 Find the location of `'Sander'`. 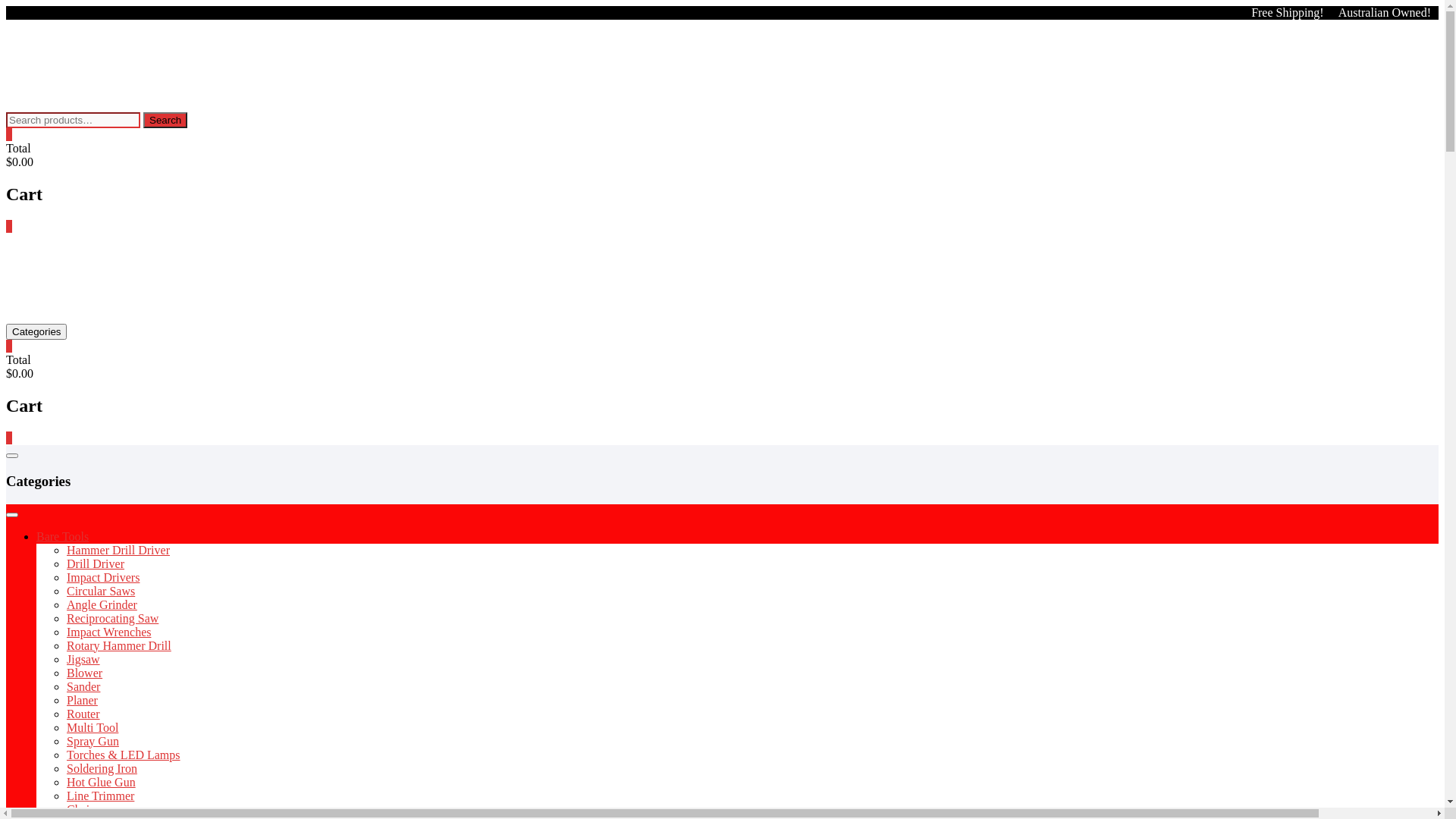

'Sander' is located at coordinates (65, 686).